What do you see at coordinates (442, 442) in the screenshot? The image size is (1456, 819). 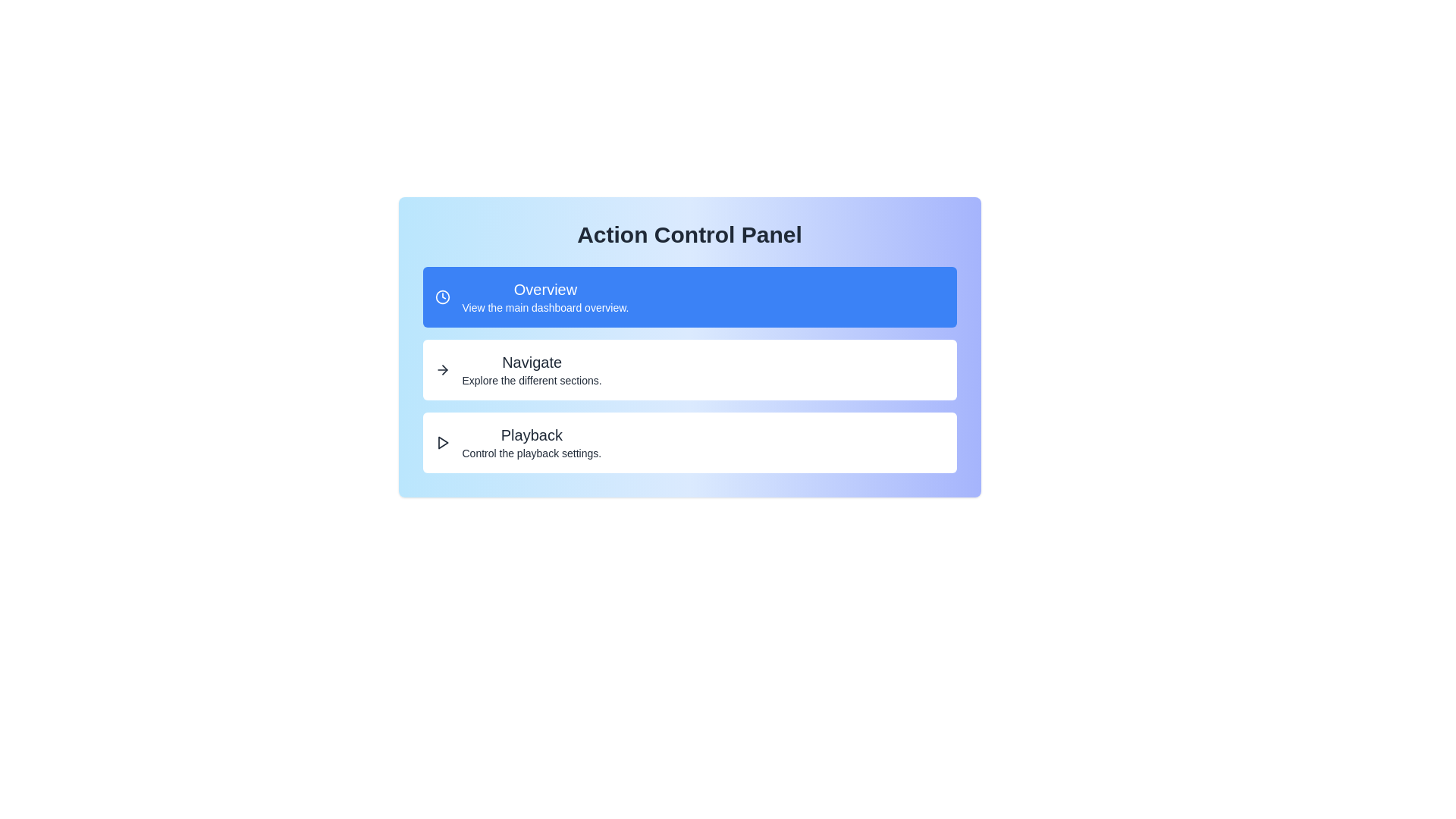 I see `the triangular play icon located within the 'Playback' button in the Action Control Panel, which is the bottom item of a three-button stack` at bounding box center [442, 442].